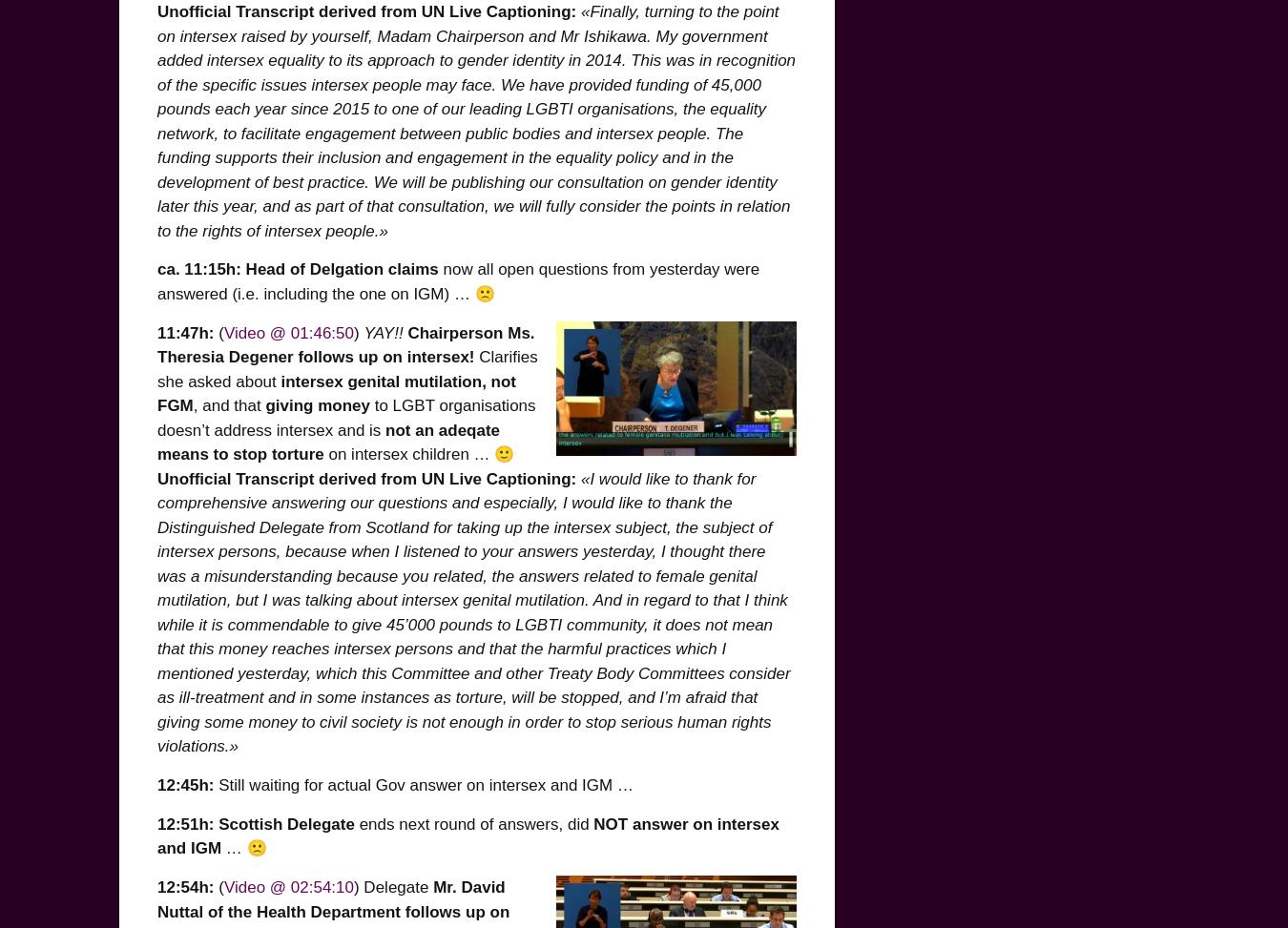  I want to click on 'ends next round of answers, did', so click(472, 823).